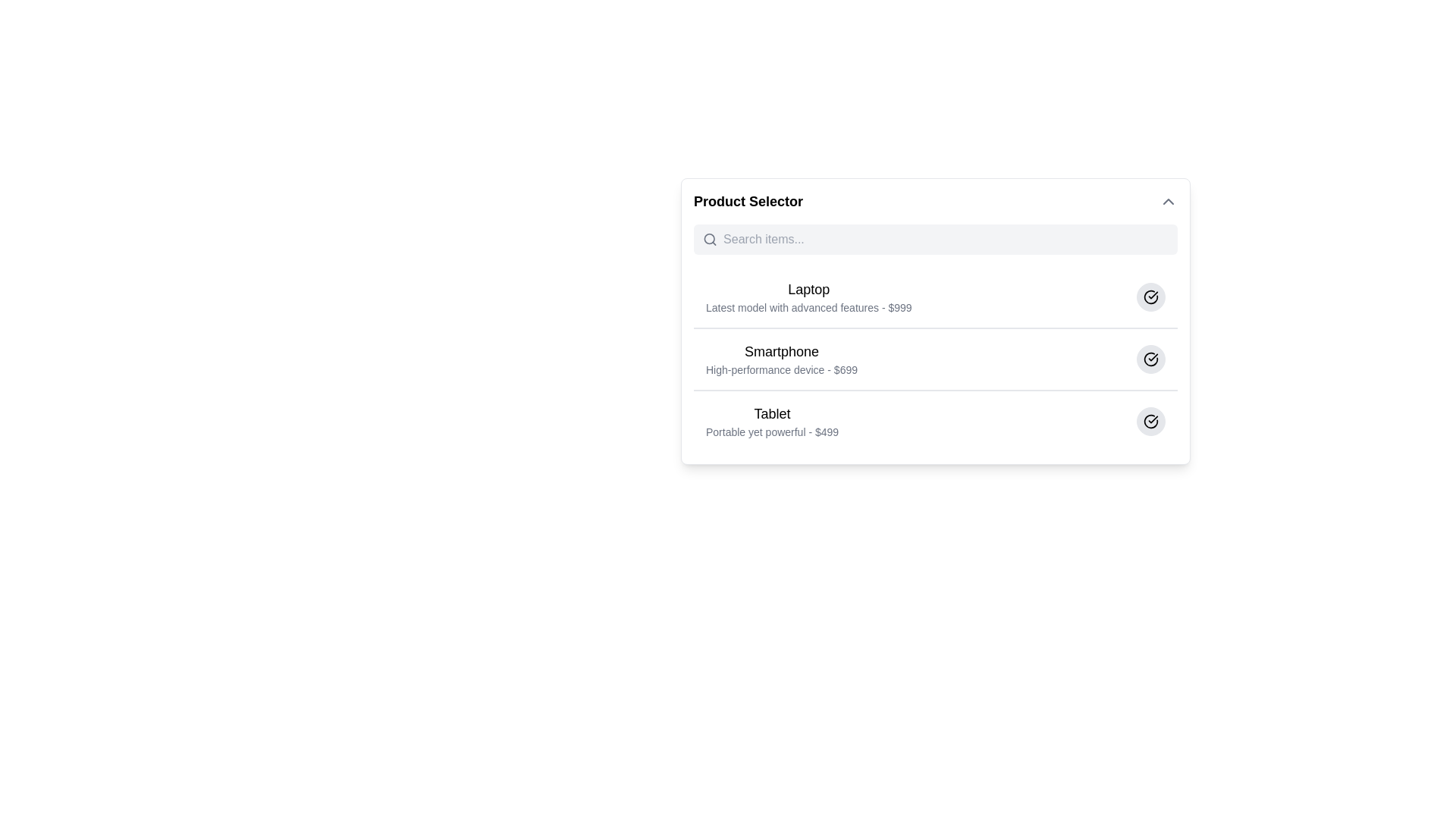  Describe the element at coordinates (772, 414) in the screenshot. I see `the static text label that reads 'Tablet', which is a bold, larger font label in a card-like interface titled 'Product Selector', positioned above the descriptive text 'Portable yet powerful - $499'` at that location.